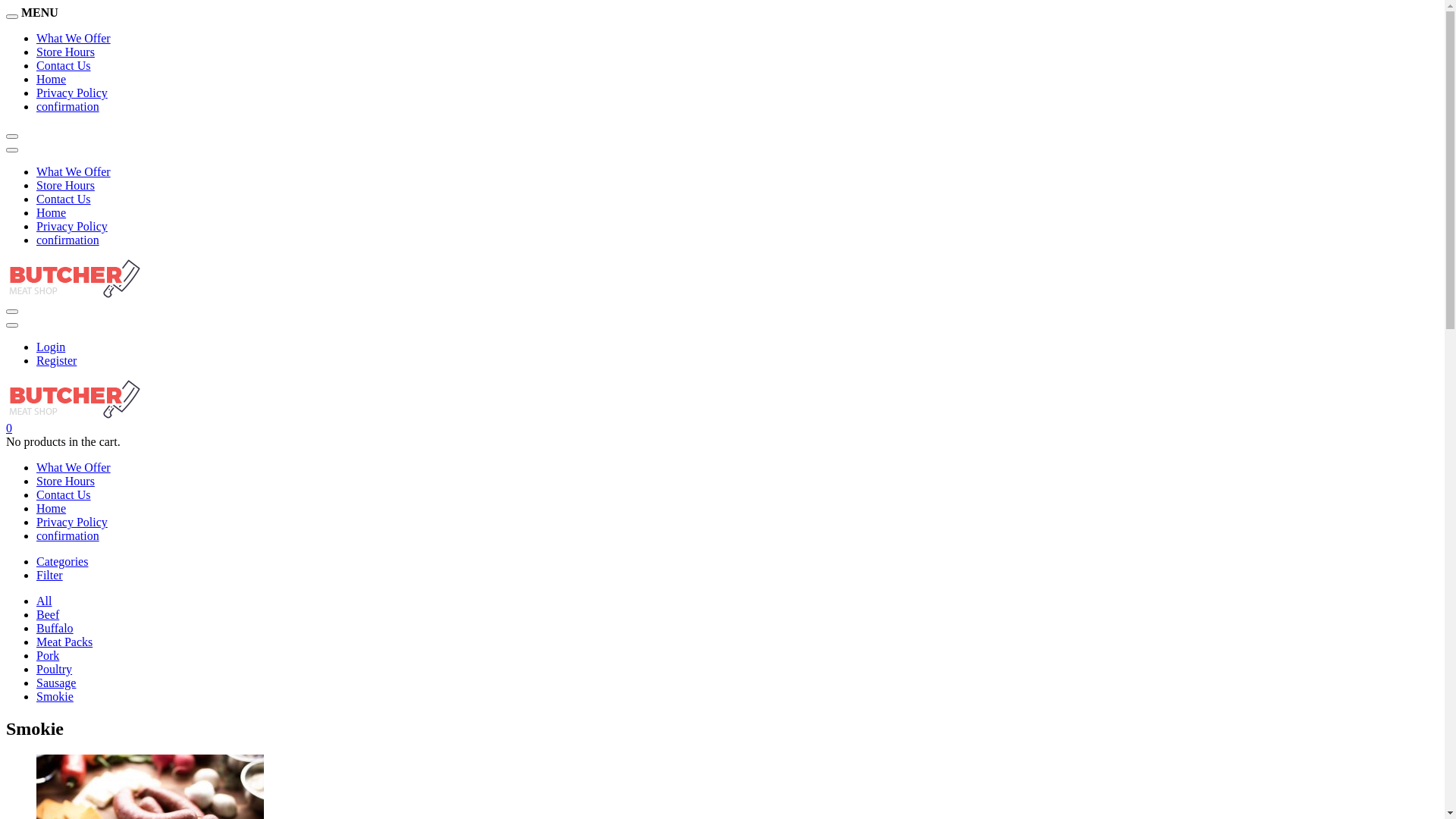 The image size is (1456, 819). I want to click on 'Pork', so click(47, 654).